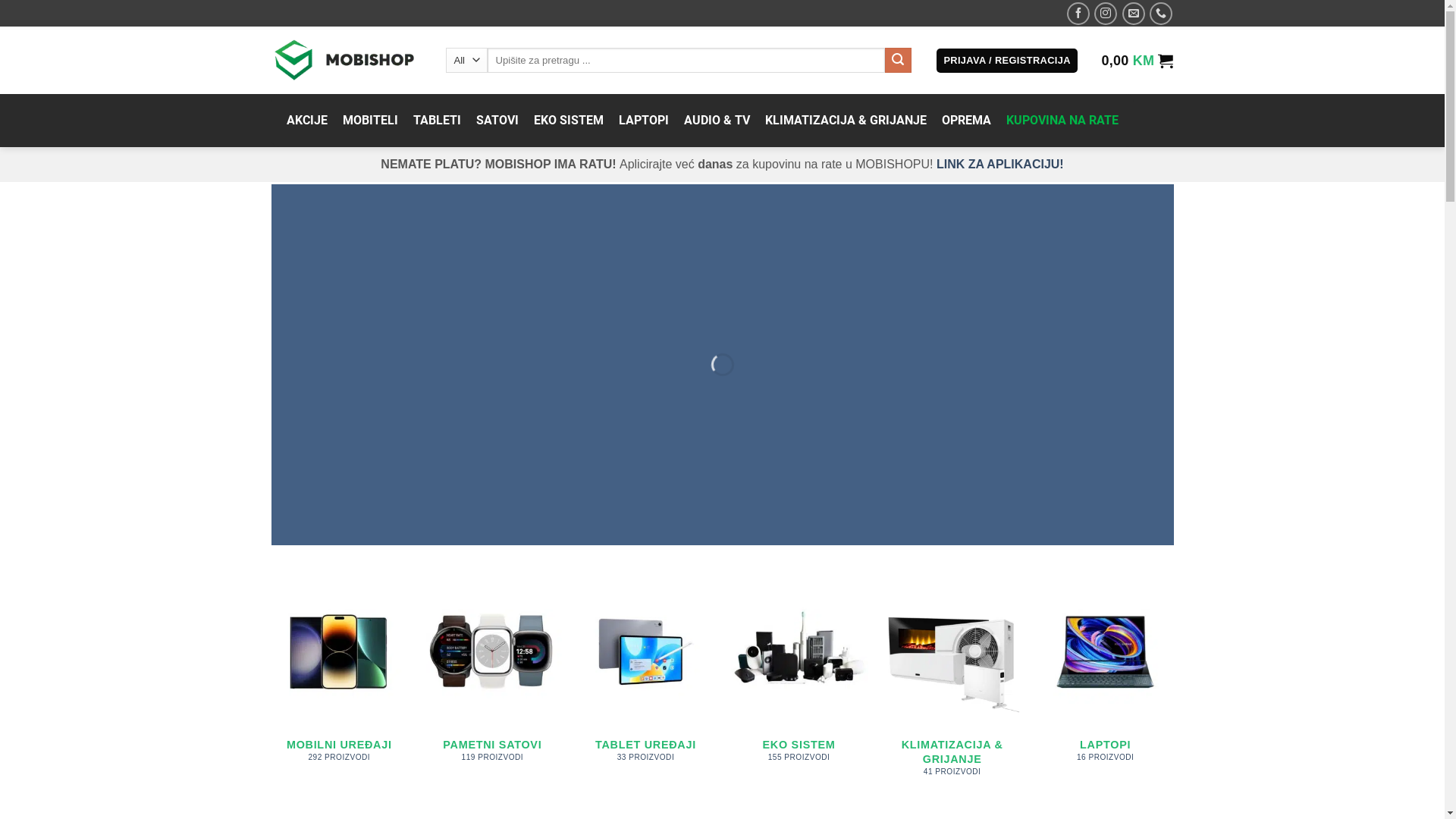 This screenshot has height=819, width=1456. Describe the element at coordinates (1006, 60) in the screenshot. I see `'PRIJAVA / REGISTRACIJA'` at that location.